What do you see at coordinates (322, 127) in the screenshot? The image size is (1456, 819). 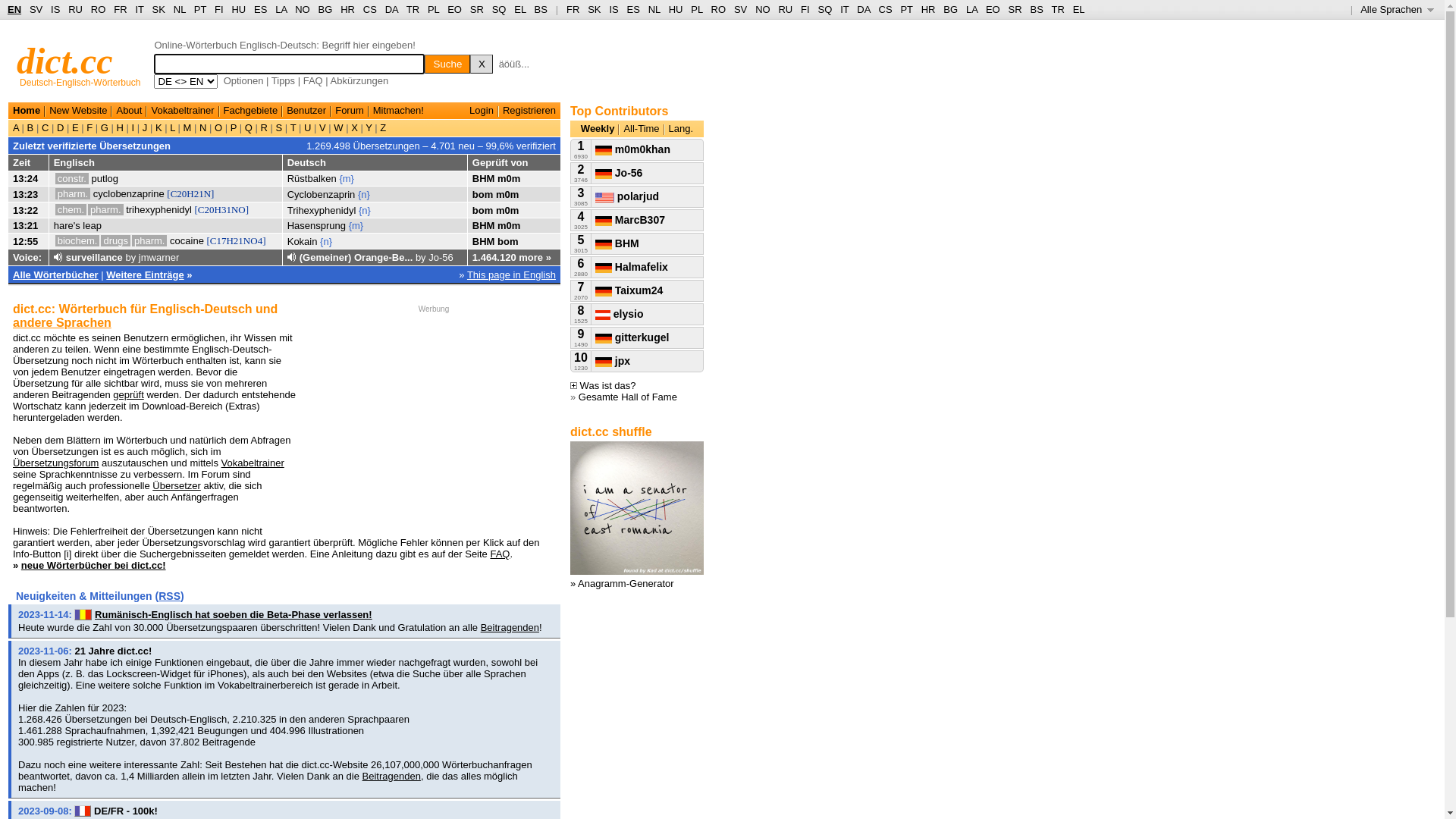 I see `'V'` at bounding box center [322, 127].